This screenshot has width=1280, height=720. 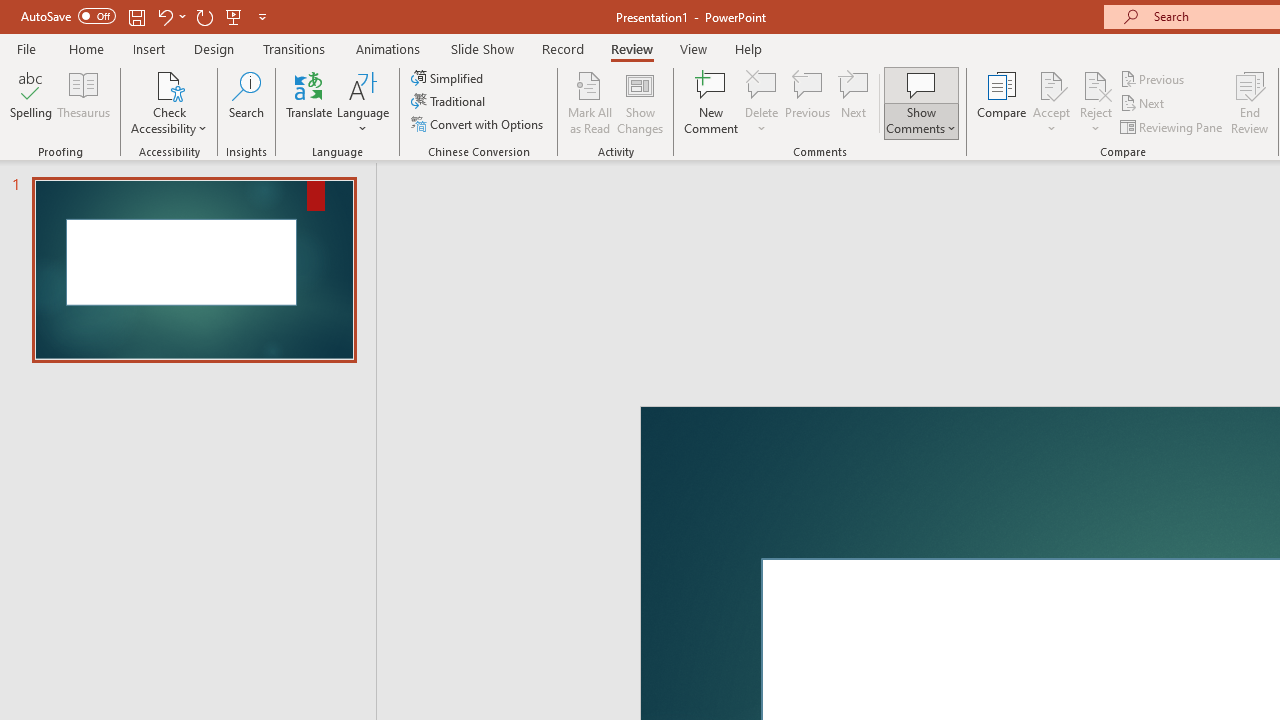 What do you see at coordinates (308, 103) in the screenshot?
I see `'Translate'` at bounding box center [308, 103].